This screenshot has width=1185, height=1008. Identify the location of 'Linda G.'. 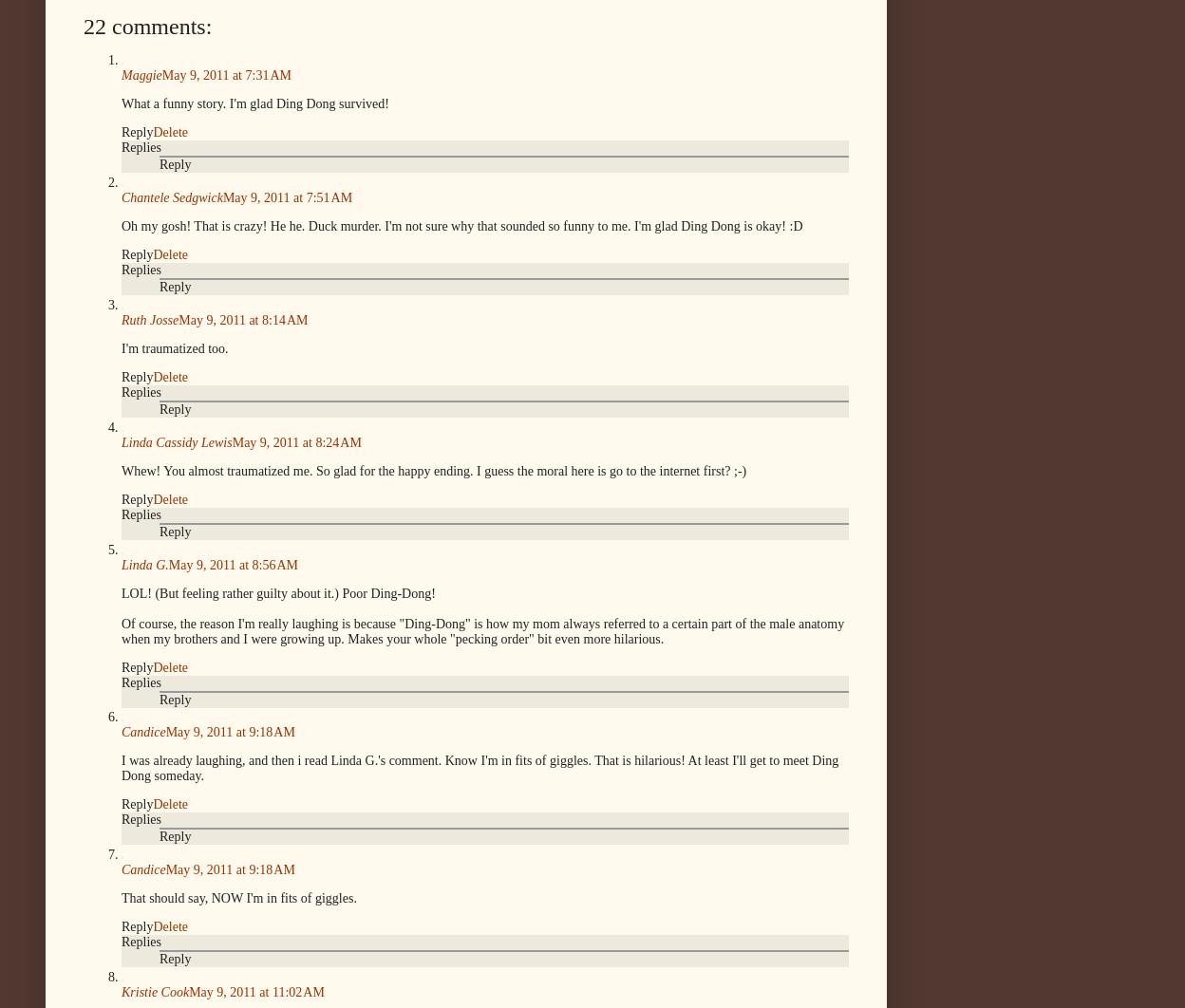
(144, 564).